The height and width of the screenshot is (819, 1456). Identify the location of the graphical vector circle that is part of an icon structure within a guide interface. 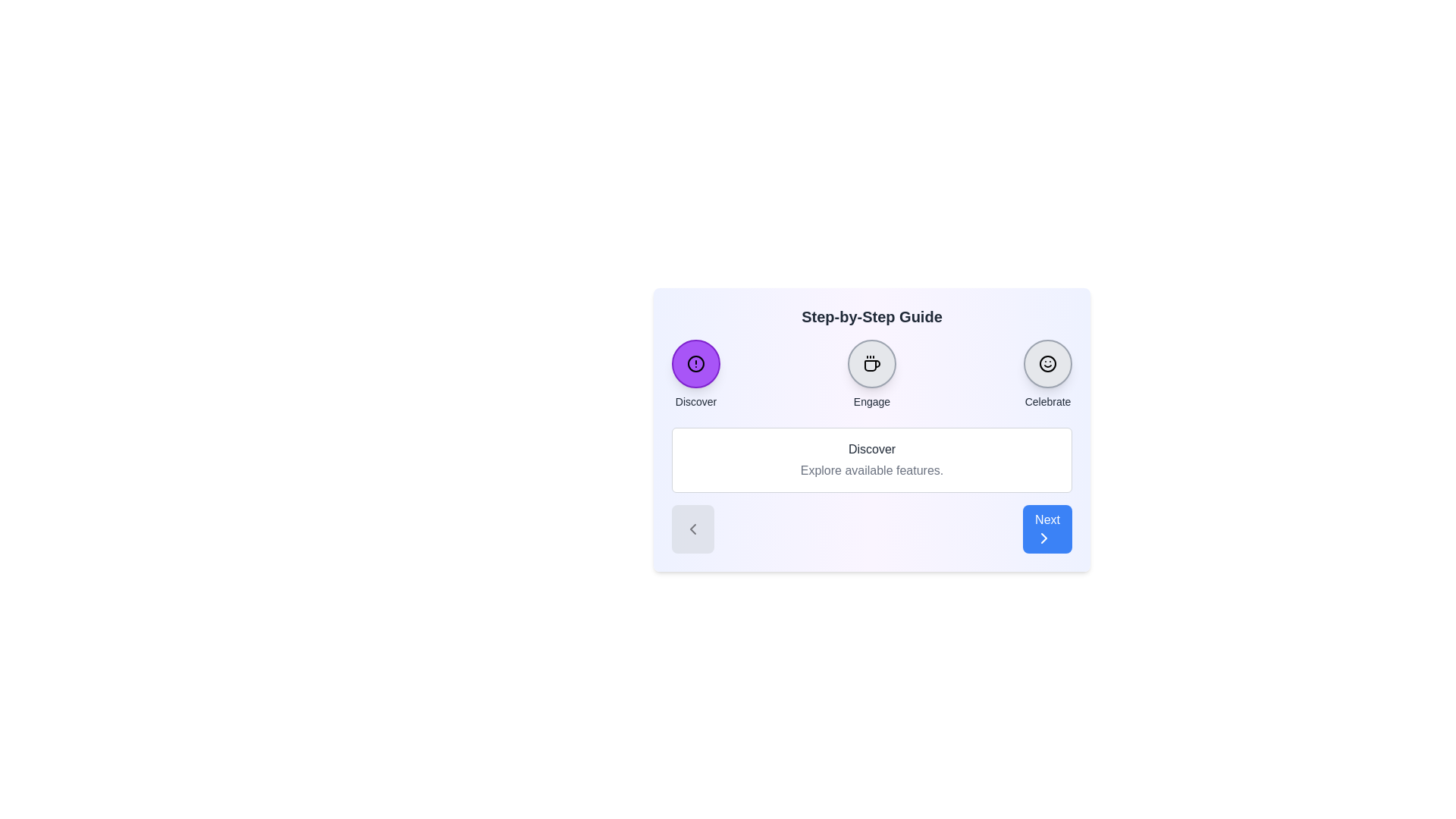
(695, 363).